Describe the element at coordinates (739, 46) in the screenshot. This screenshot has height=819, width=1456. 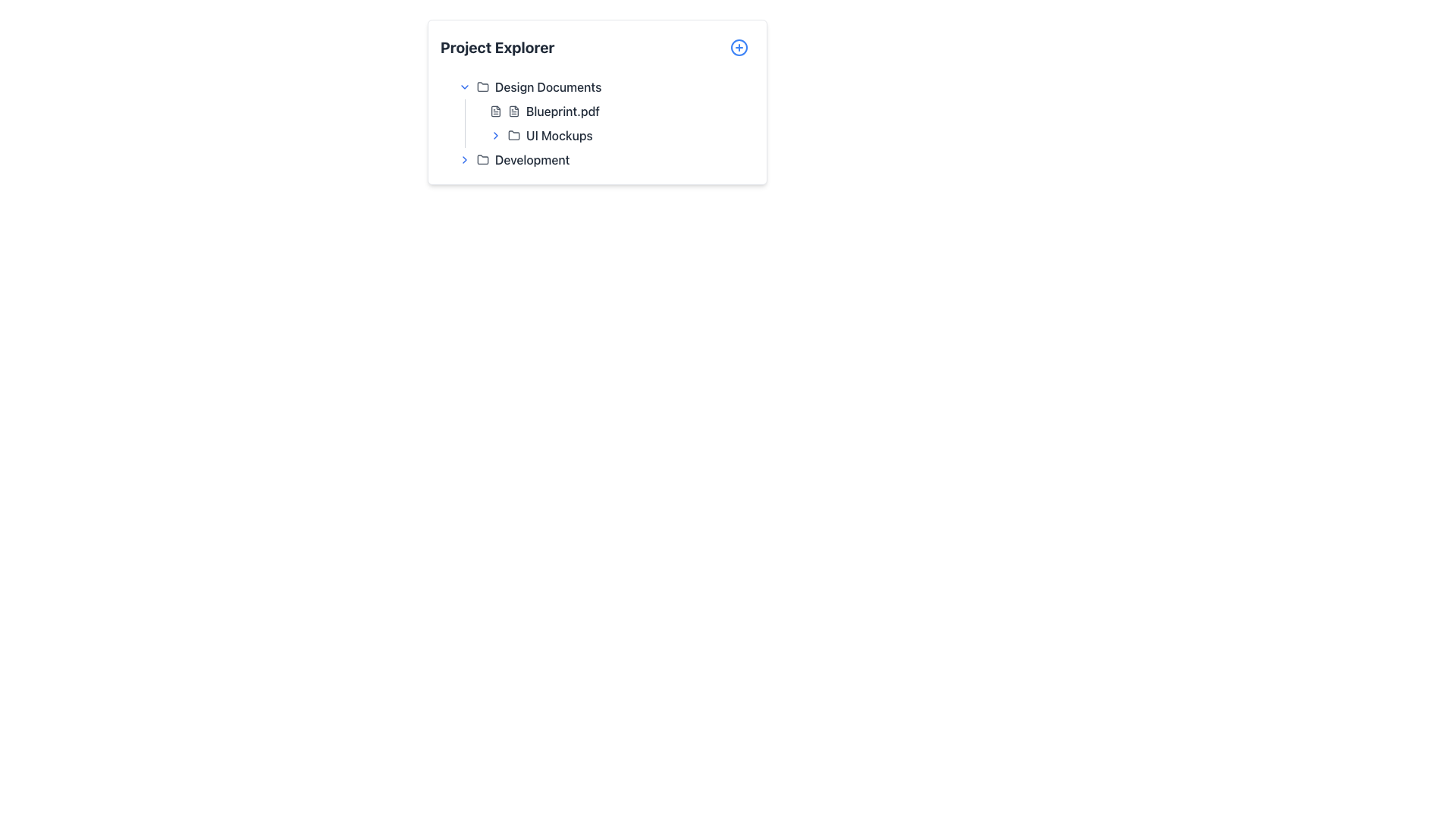
I see `the interactive button located in the top-right corner of the 'Project Explorer' section` at that location.